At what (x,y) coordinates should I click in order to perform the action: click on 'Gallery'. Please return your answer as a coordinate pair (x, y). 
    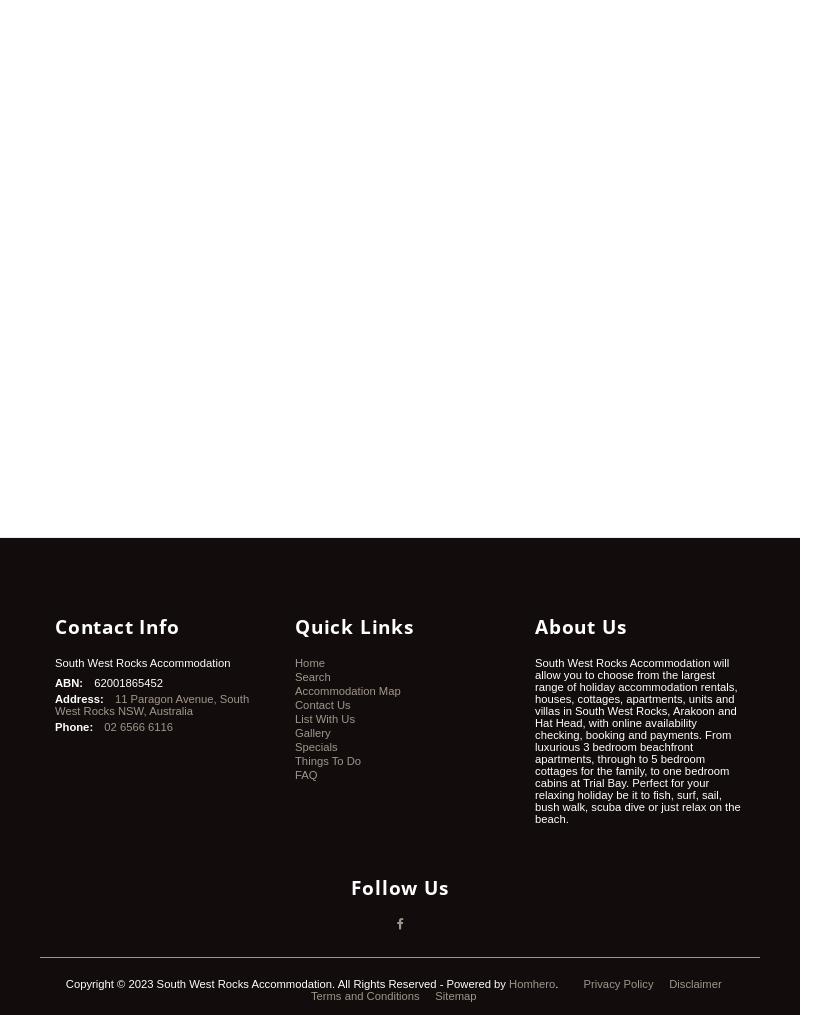
    Looking at the image, I should click on (311, 732).